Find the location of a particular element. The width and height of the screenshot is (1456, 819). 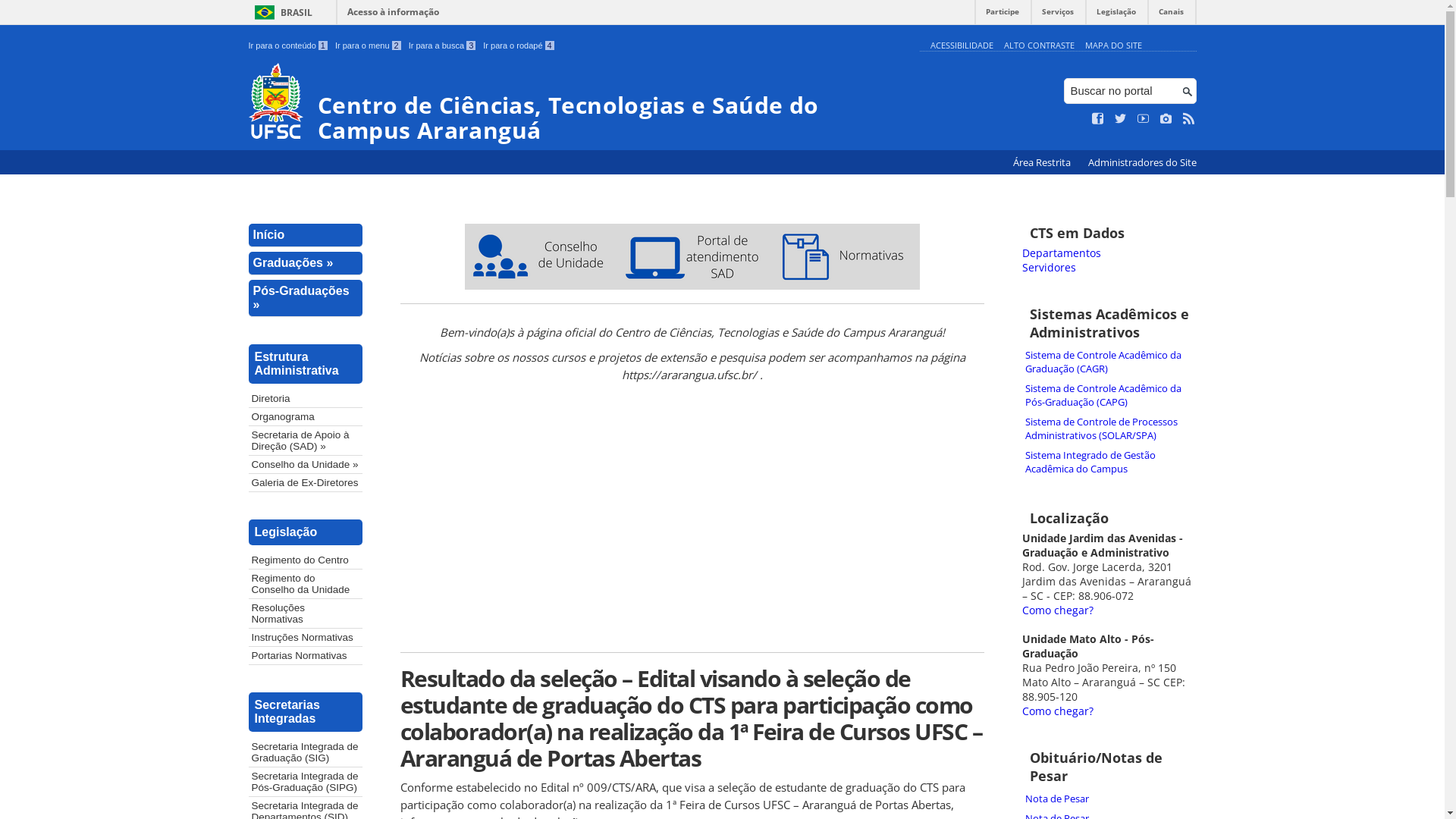

'Servidores' is located at coordinates (1048, 266).